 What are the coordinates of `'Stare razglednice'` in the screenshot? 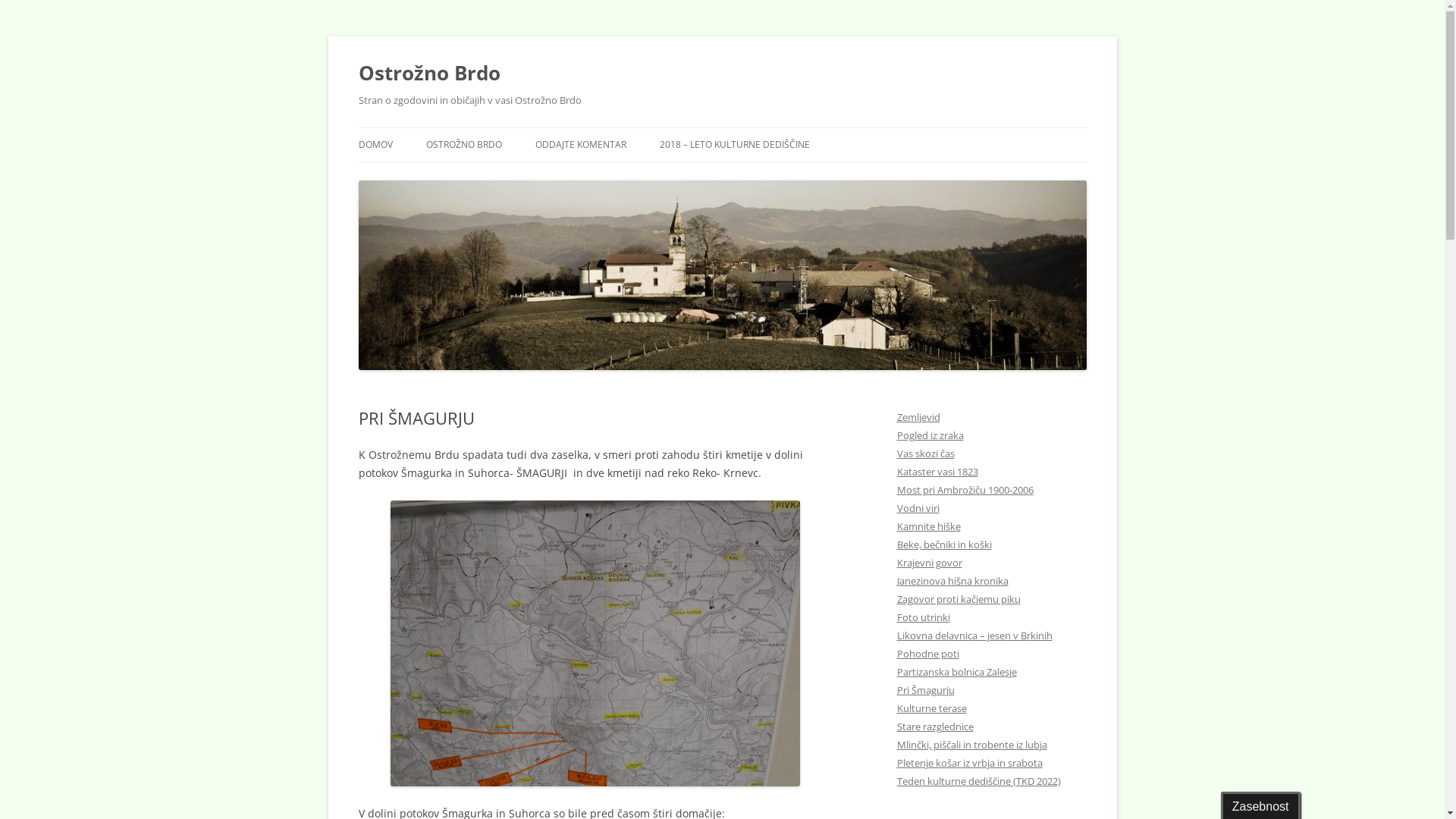 It's located at (934, 725).